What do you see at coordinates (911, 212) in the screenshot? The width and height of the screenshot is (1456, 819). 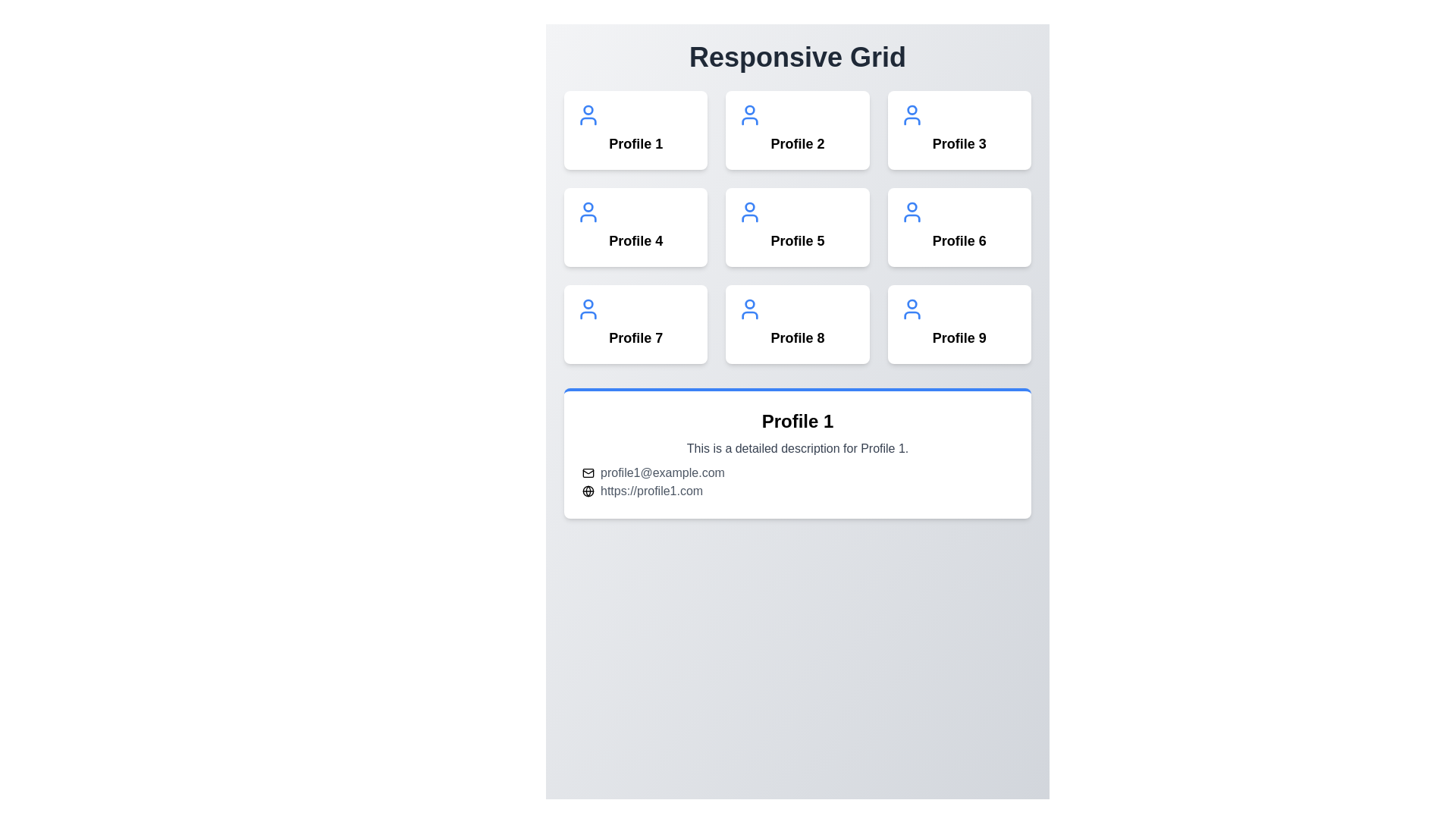 I see `the user profile icon associated with 'Profile 6', located at the top center of the card layout` at bounding box center [911, 212].